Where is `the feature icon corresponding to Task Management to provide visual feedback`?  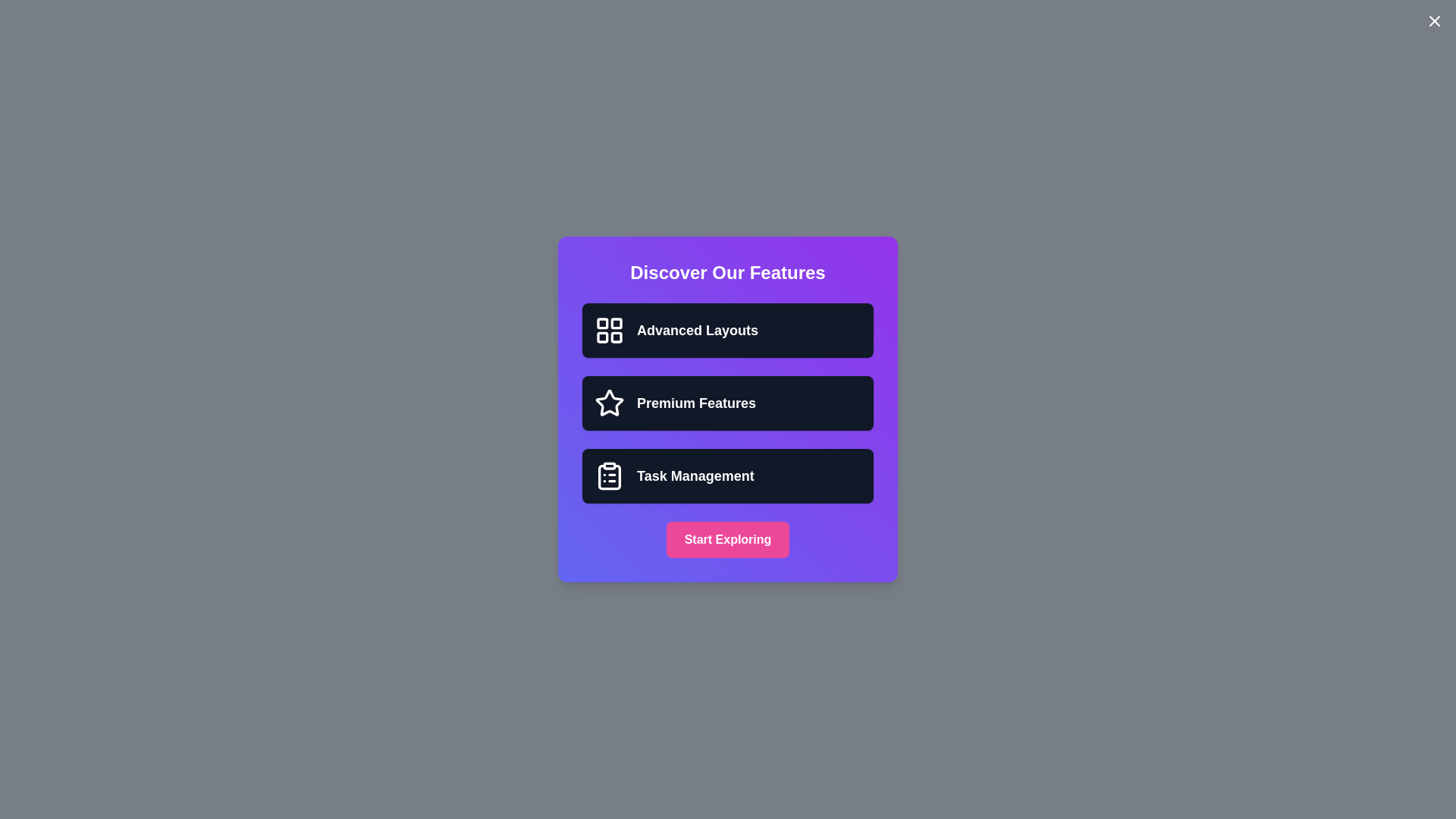 the feature icon corresponding to Task Management to provide visual feedback is located at coordinates (610, 475).